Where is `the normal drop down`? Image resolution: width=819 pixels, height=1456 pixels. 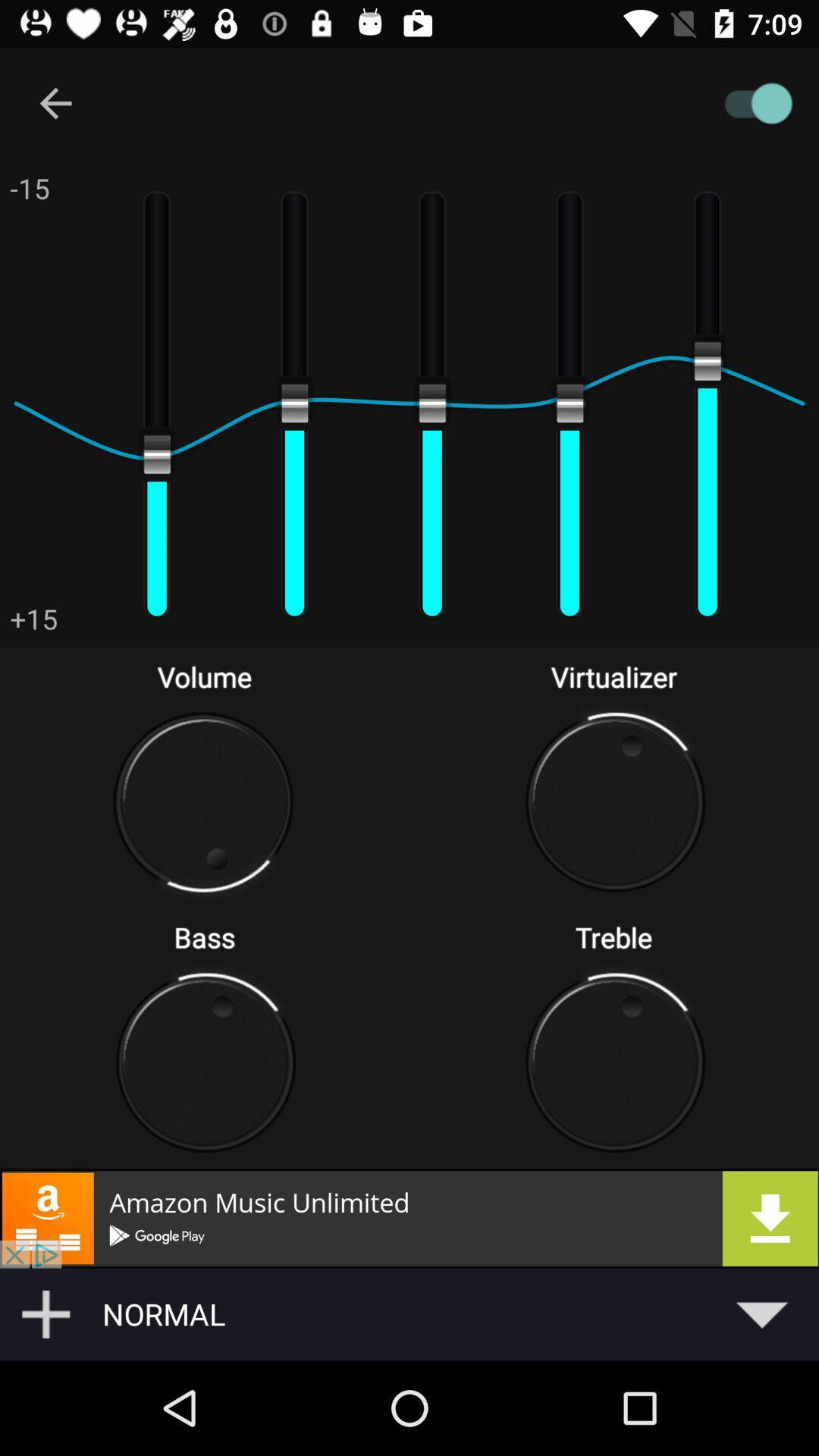 the normal drop down is located at coordinates (455, 1313).